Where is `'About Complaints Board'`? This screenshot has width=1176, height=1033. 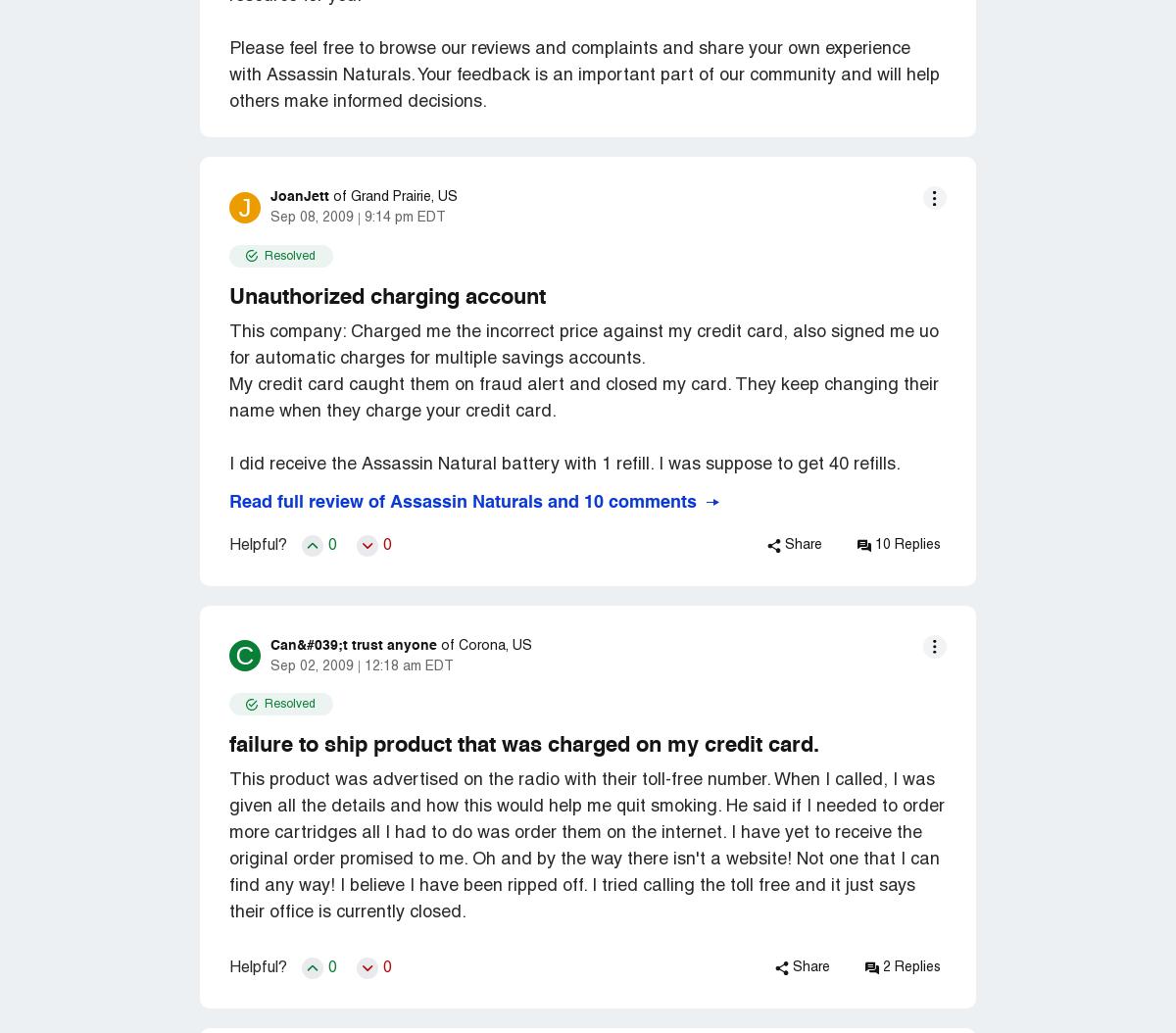
'About Complaints Board' is located at coordinates (161, 175).